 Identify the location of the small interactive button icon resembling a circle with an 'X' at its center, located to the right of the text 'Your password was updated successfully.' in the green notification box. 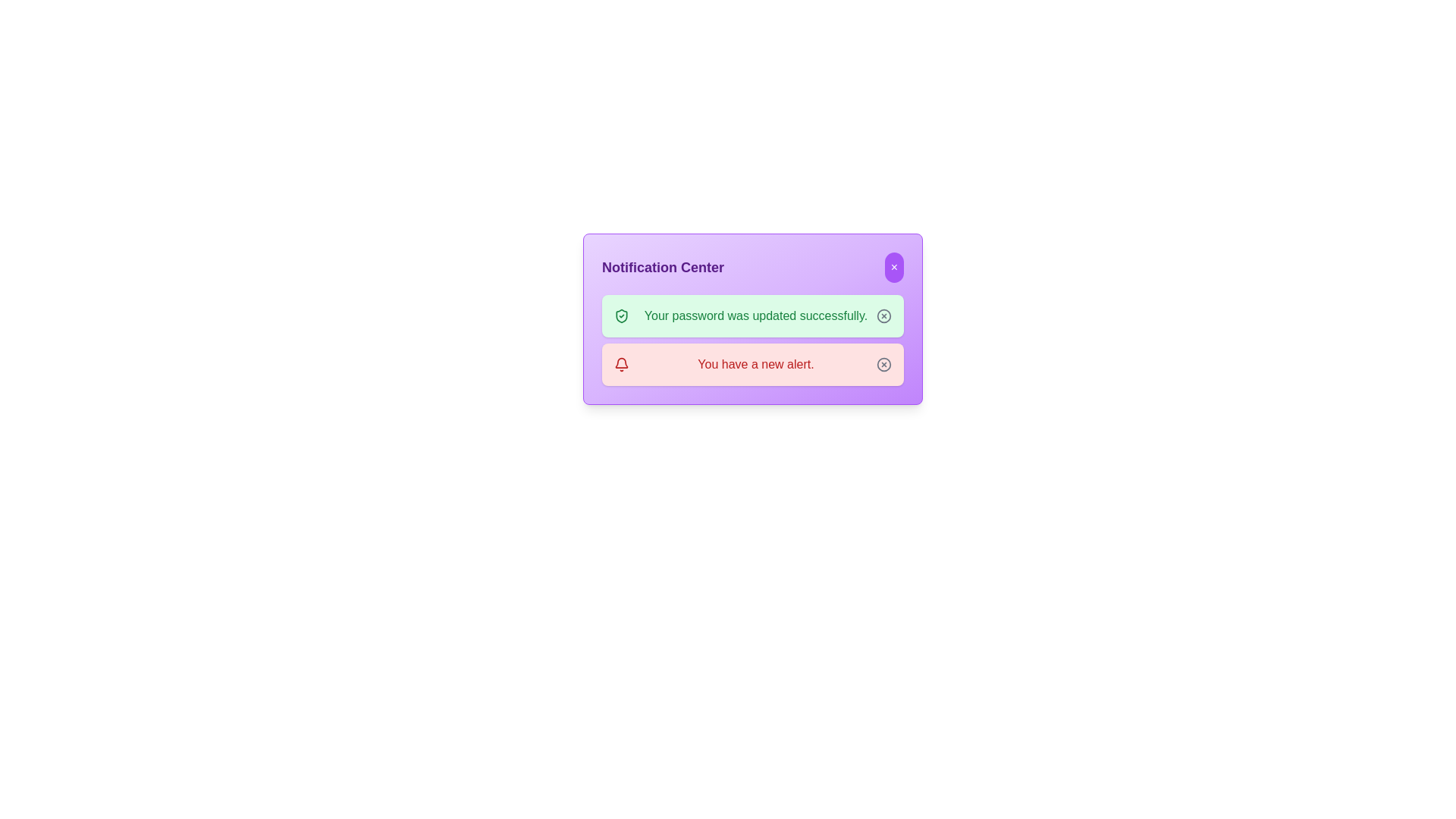
(884, 315).